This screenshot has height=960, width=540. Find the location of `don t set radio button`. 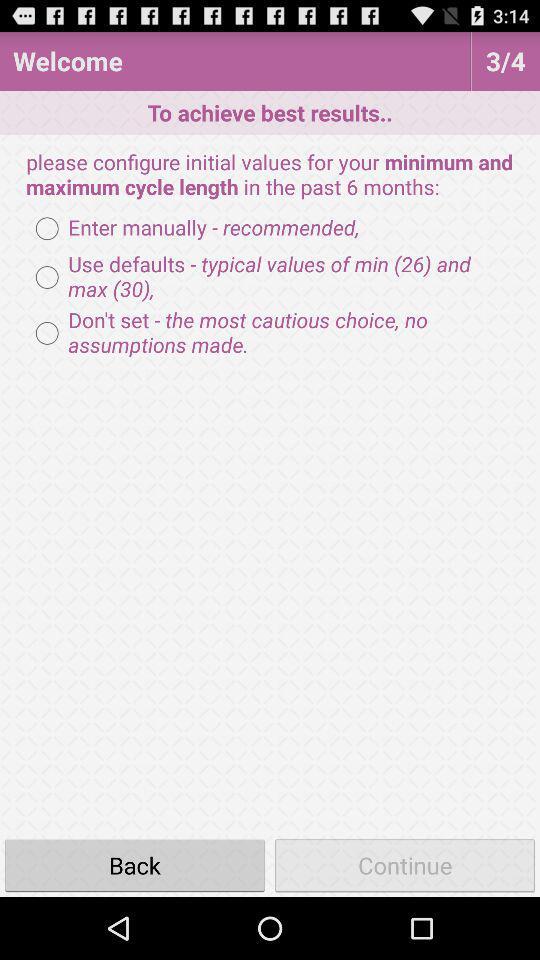

don t set radio button is located at coordinates (270, 333).